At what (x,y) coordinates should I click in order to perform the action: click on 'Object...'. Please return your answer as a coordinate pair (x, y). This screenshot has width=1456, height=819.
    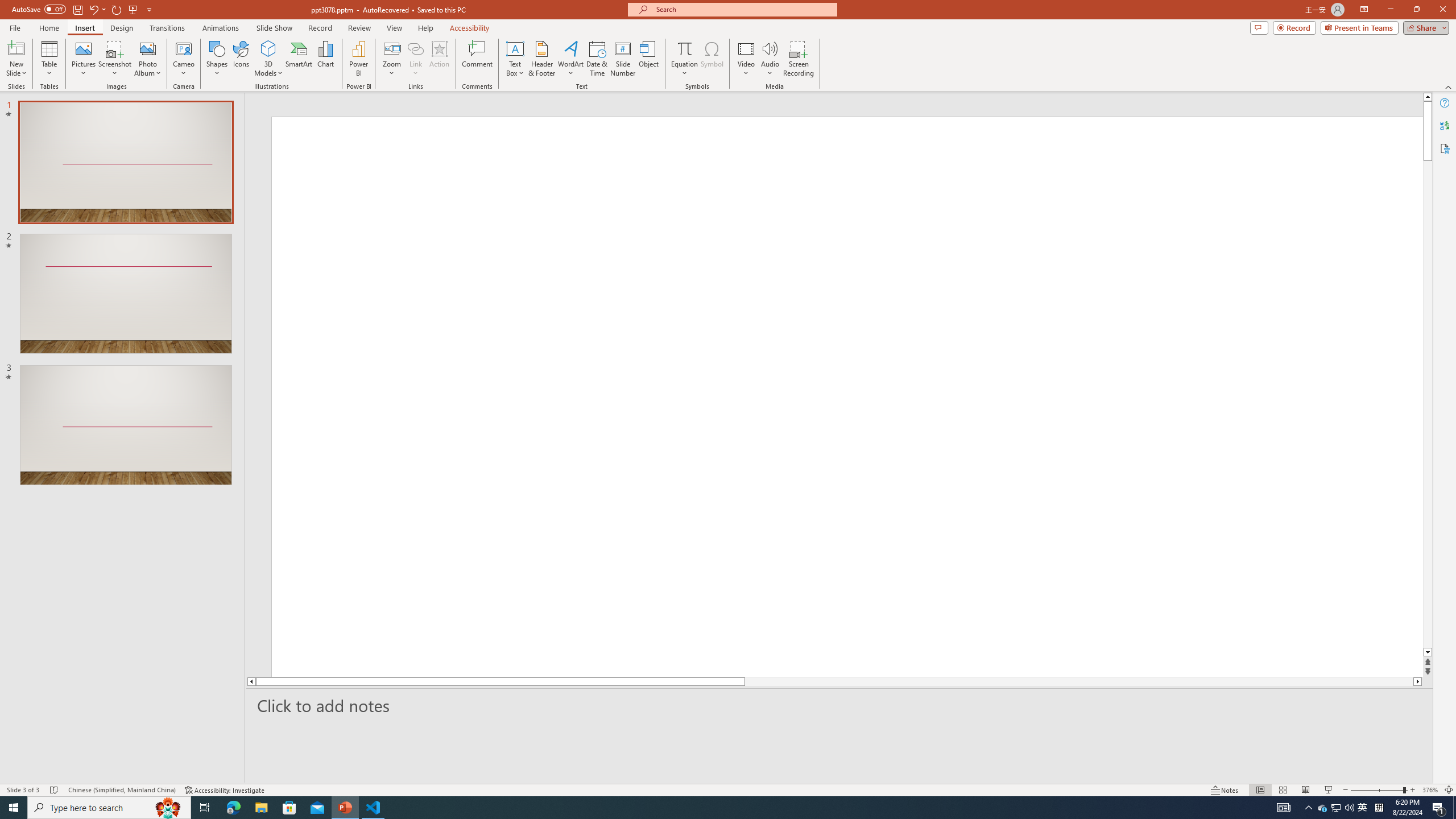
    Looking at the image, I should click on (649, 59).